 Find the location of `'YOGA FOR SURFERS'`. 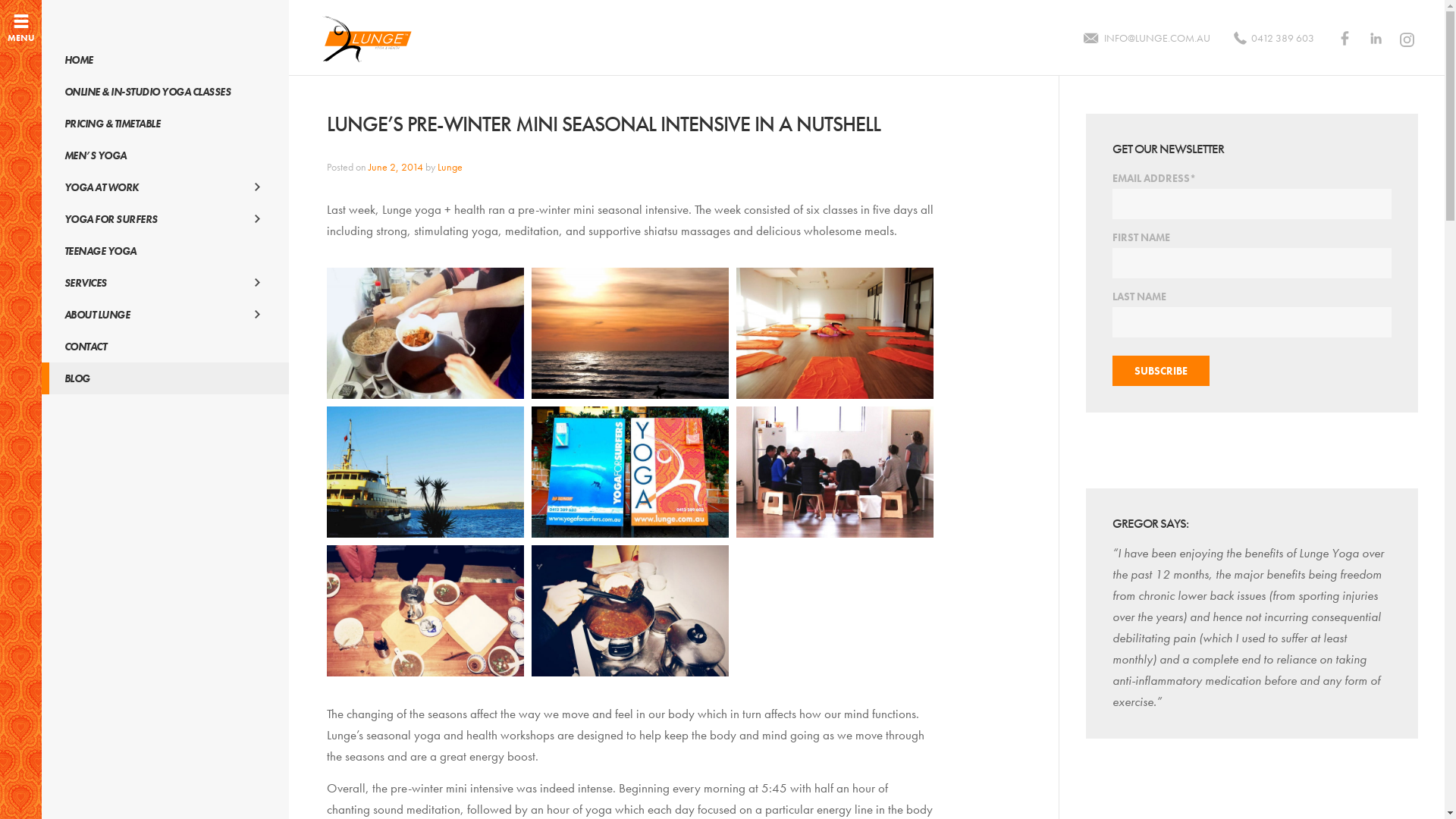

'YOGA FOR SURFERS' is located at coordinates (165, 219).